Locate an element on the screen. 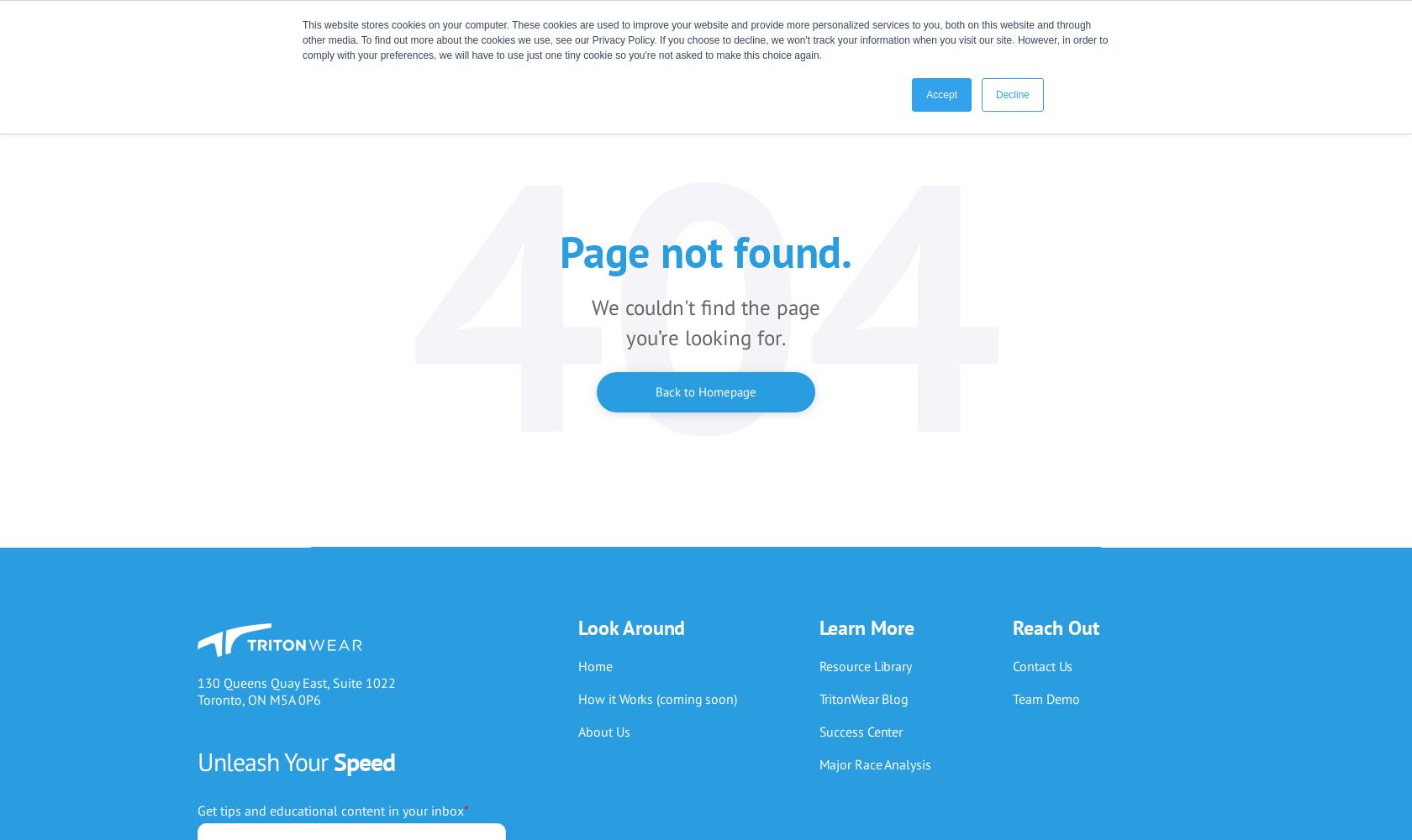 This screenshot has height=840, width=1412. 'The TritonWear Blog' is located at coordinates (905, 109).